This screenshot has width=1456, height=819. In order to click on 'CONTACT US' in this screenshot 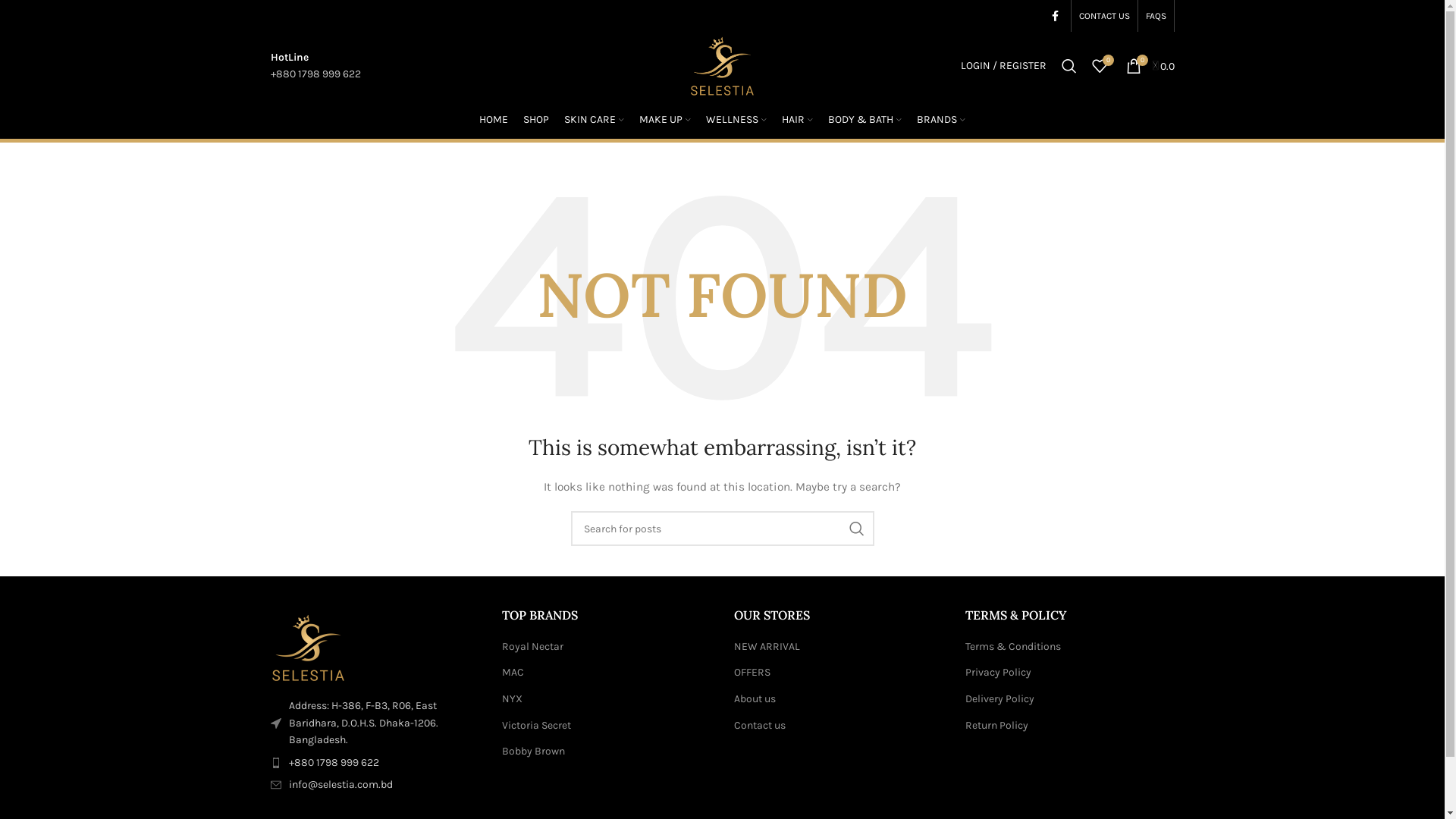, I will do `click(1077, 15)`.